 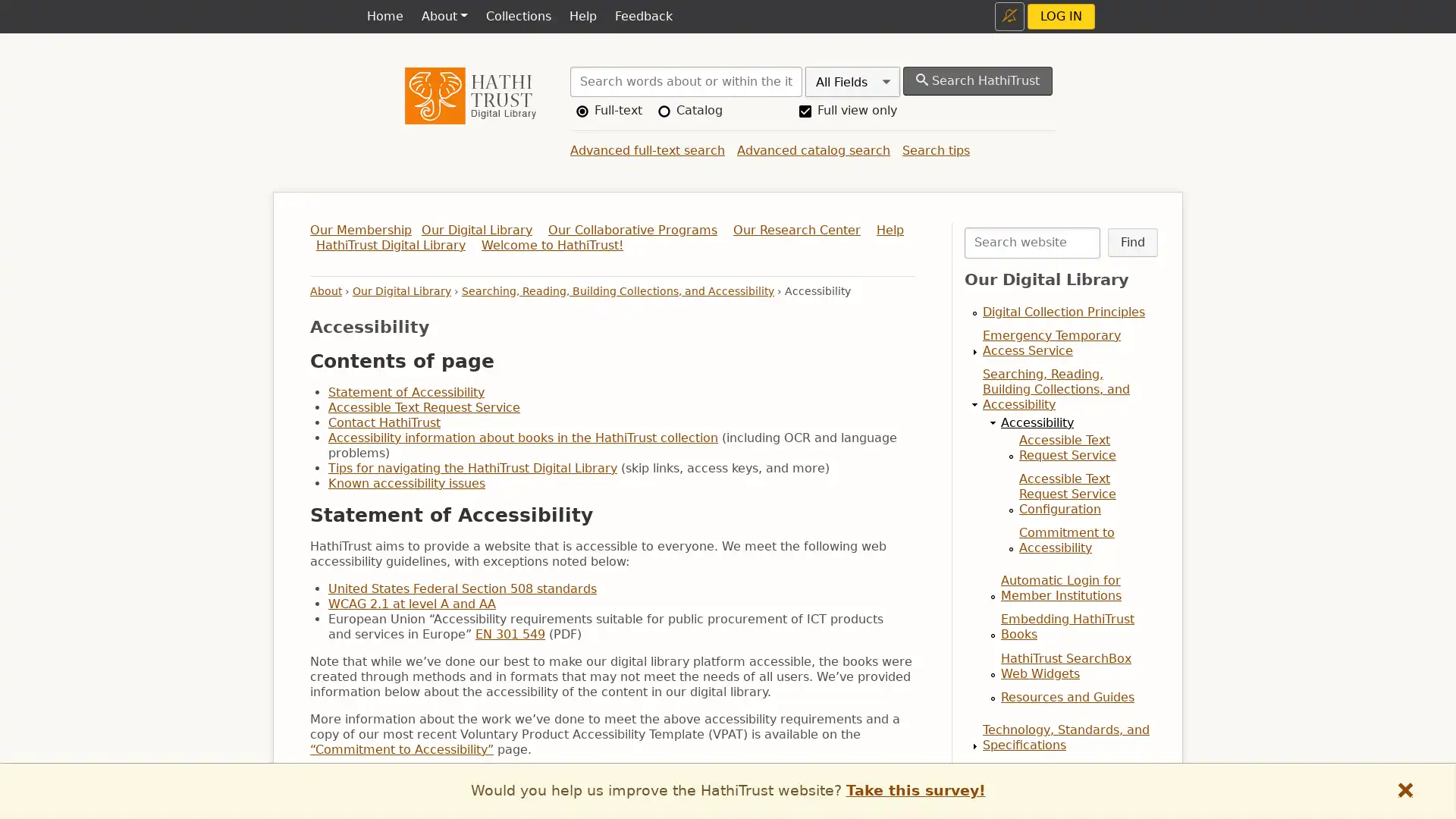 I want to click on About, so click(x=443, y=17).